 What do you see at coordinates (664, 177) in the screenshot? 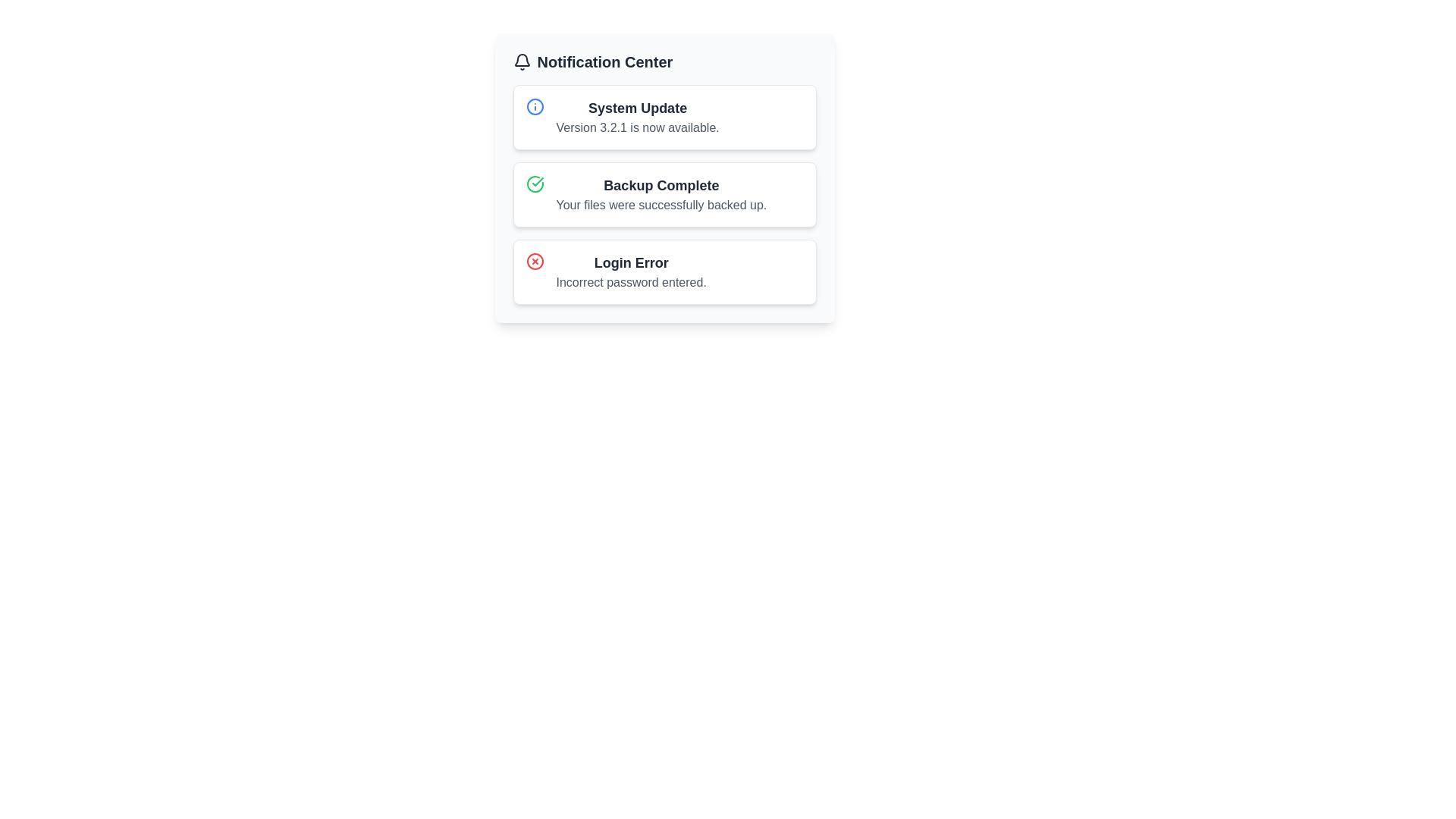
I see `the informative section in the notification panel that indicates a successful backup process, located between 'System Update' and 'Login Error'` at bounding box center [664, 177].